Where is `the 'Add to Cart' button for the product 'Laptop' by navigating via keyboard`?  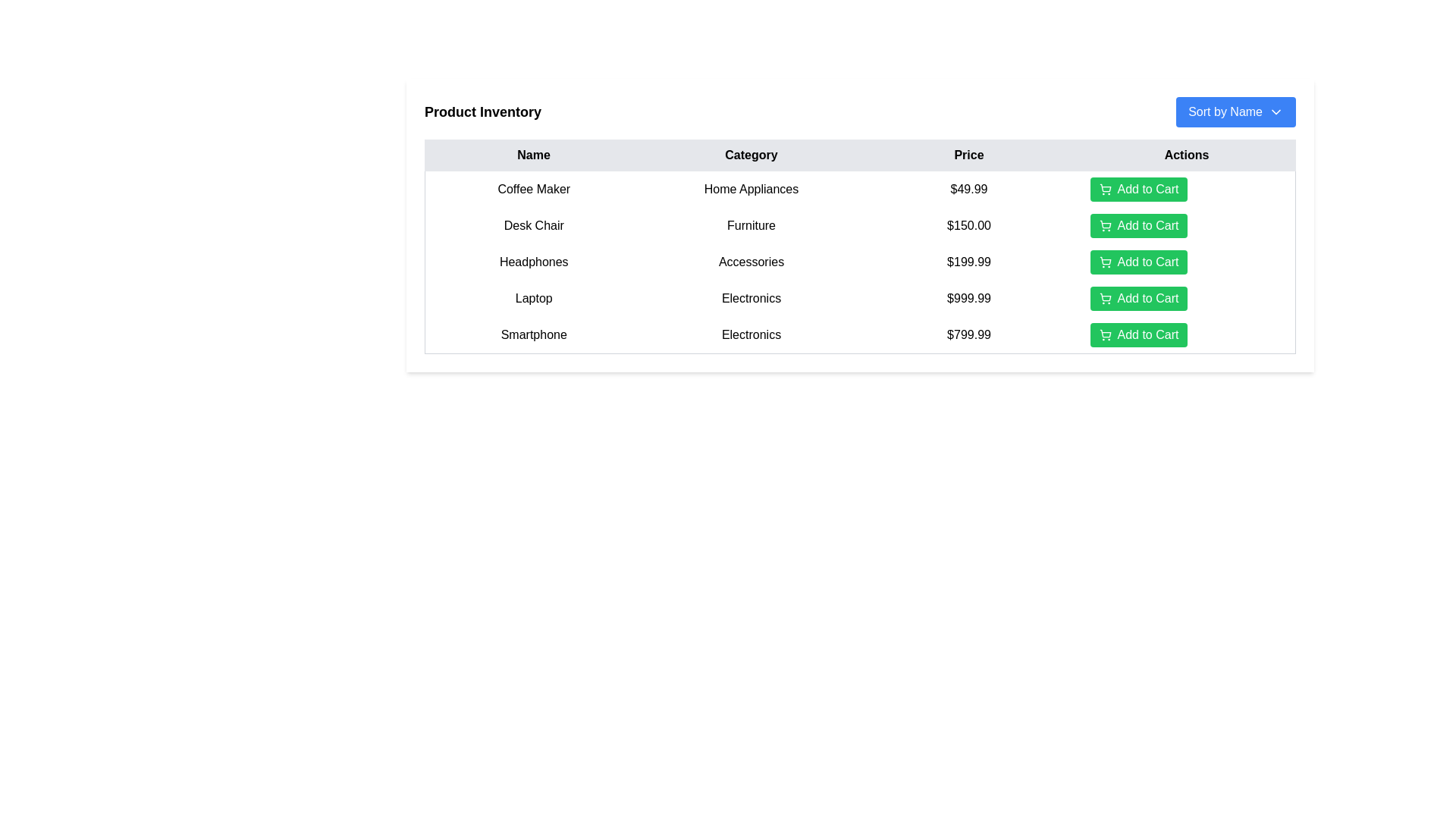 the 'Add to Cart' button for the product 'Laptop' by navigating via keyboard is located at coordinates (1139, 298).